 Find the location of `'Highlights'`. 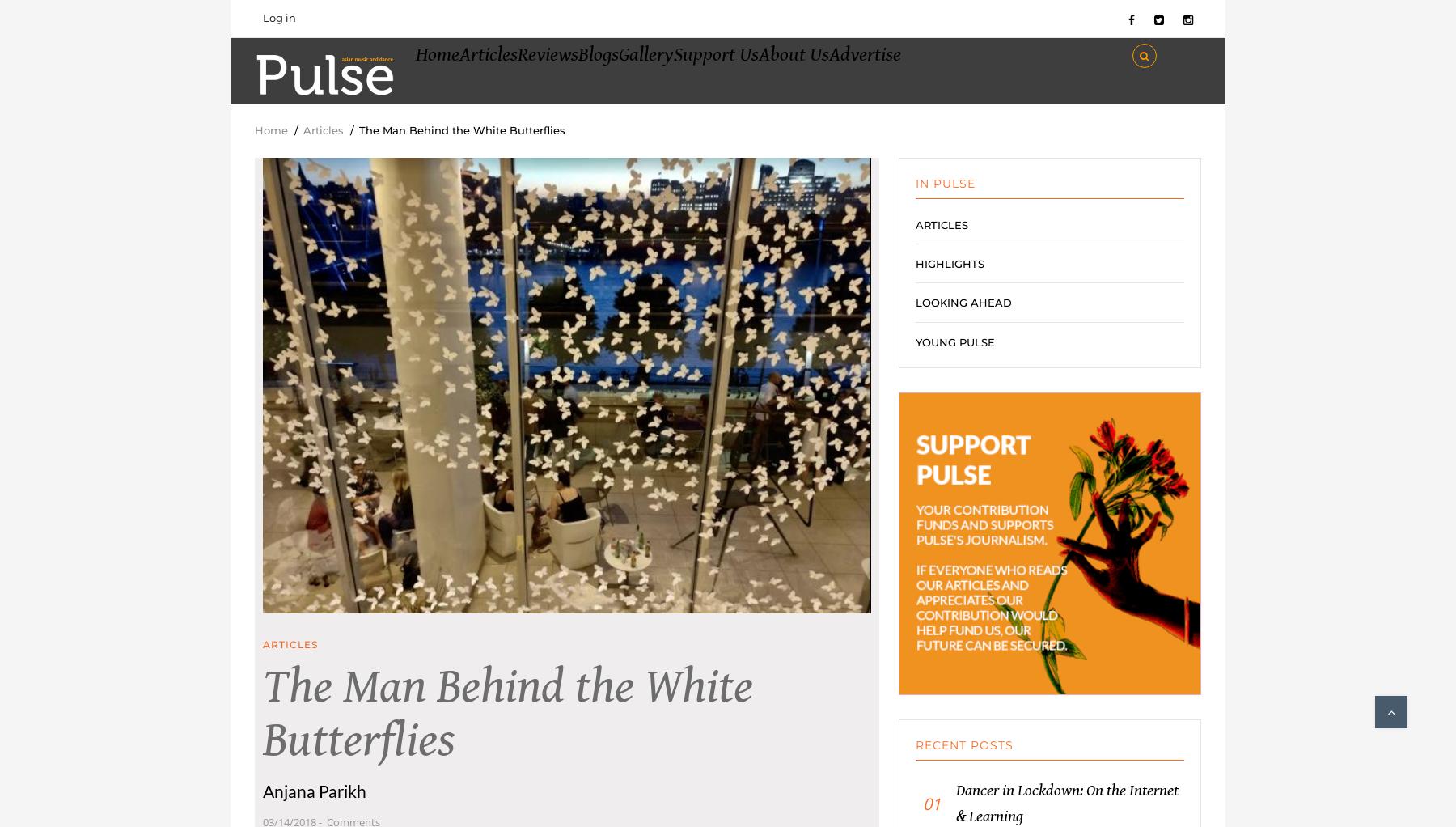

'Highlights' is located at coordinates (915, 279).